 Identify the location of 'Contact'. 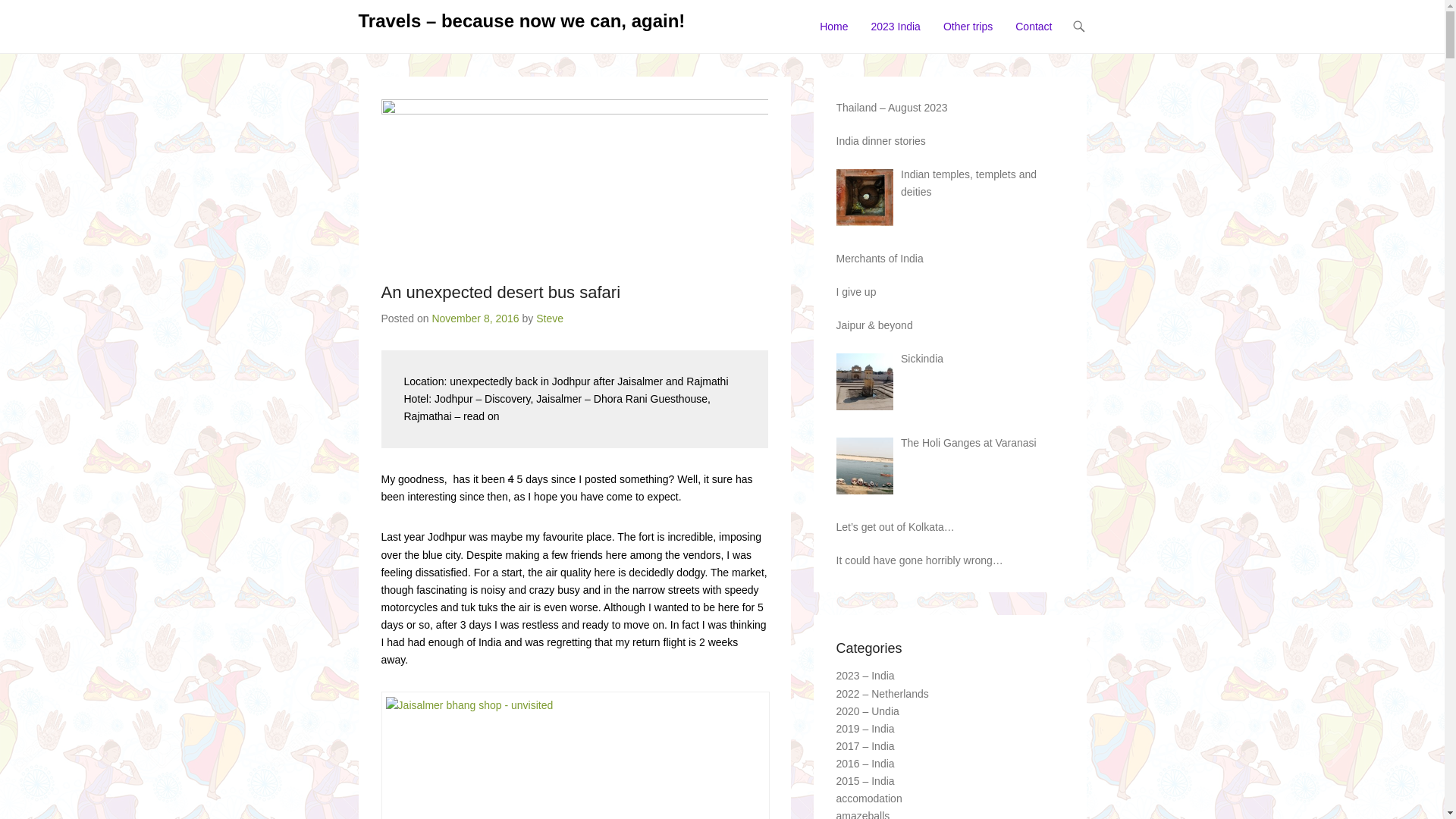
(1033, 35).